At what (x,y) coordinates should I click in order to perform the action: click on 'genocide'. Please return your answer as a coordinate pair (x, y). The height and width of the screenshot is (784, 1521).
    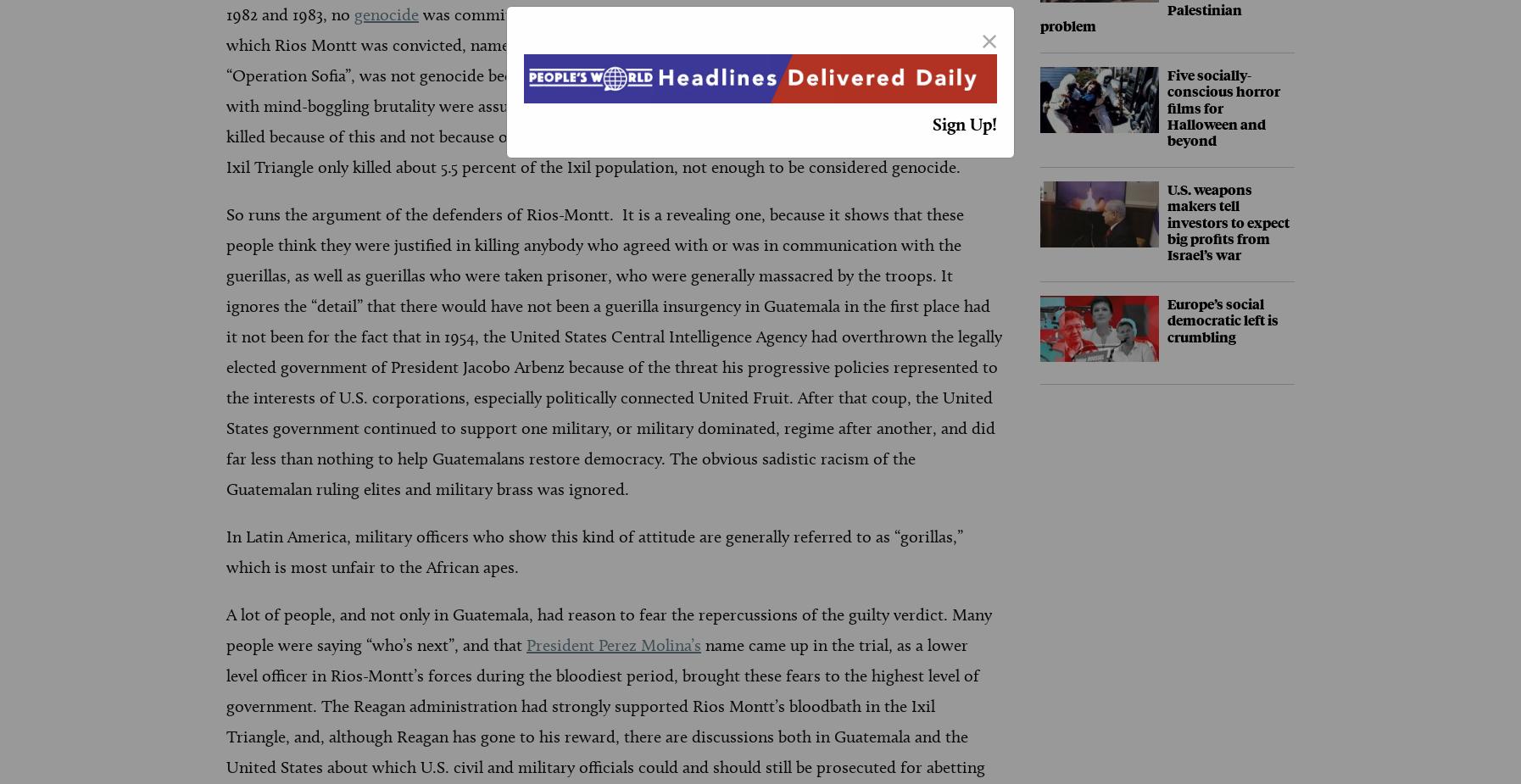
    Looking at the image, I should click on (387, 14).